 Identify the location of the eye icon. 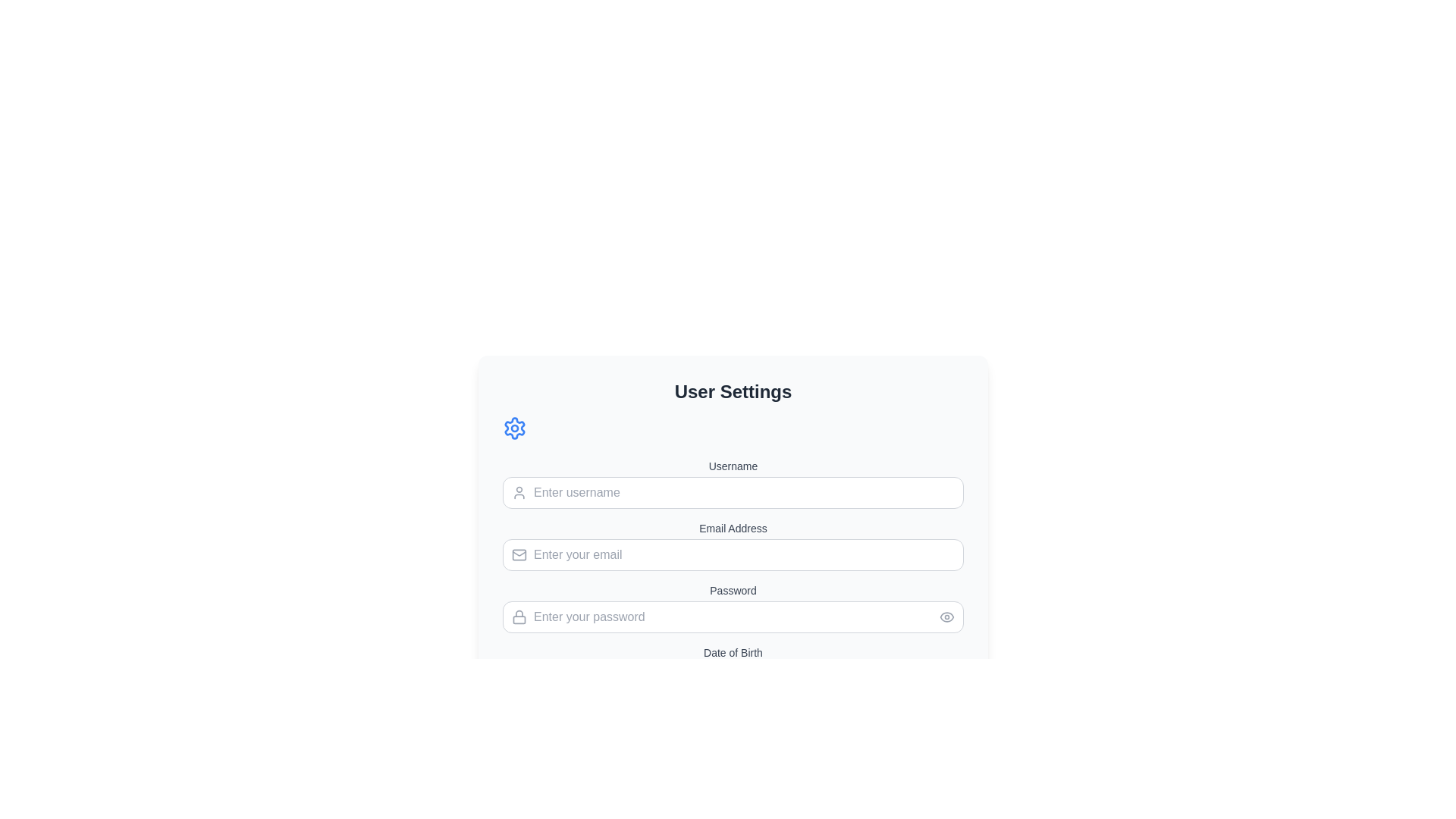
(946, 617).